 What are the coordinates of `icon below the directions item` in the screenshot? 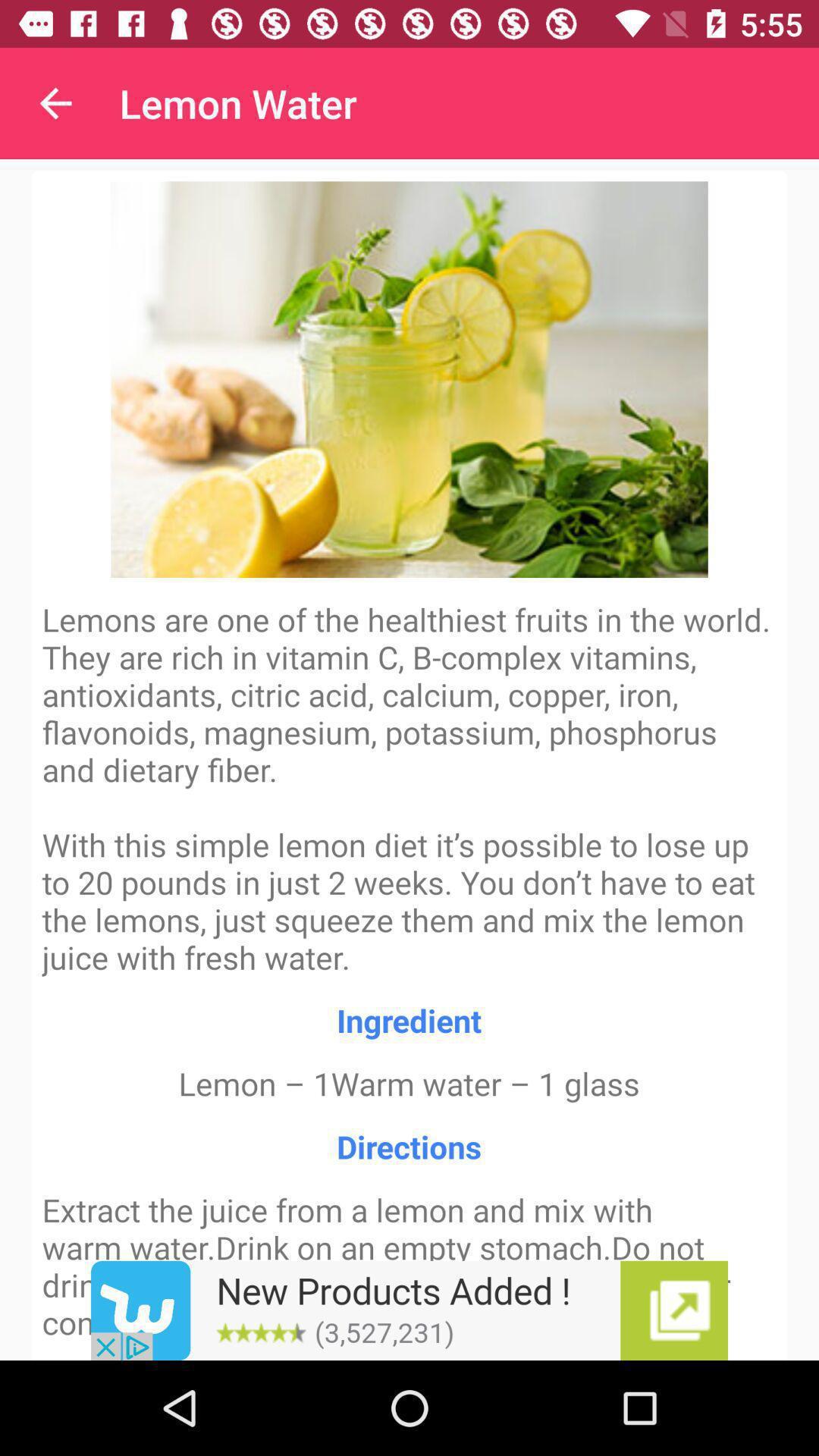 It's located at (409, 1310).